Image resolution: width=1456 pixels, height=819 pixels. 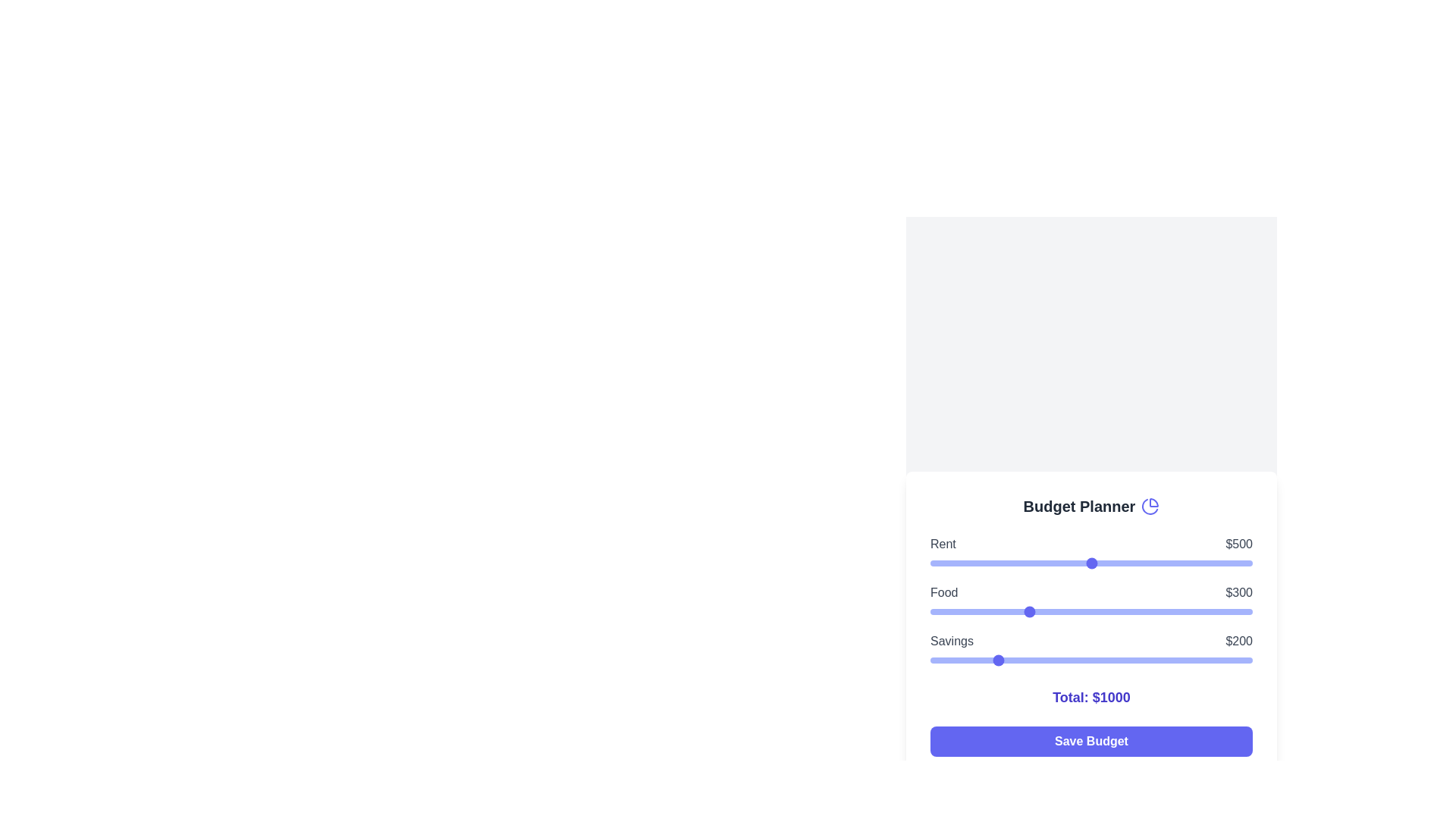 What do you see at coordinates (989, 610) in the screenshot?
I see `the food budget slider to 182 dollars` at bounding box center [989, 610].